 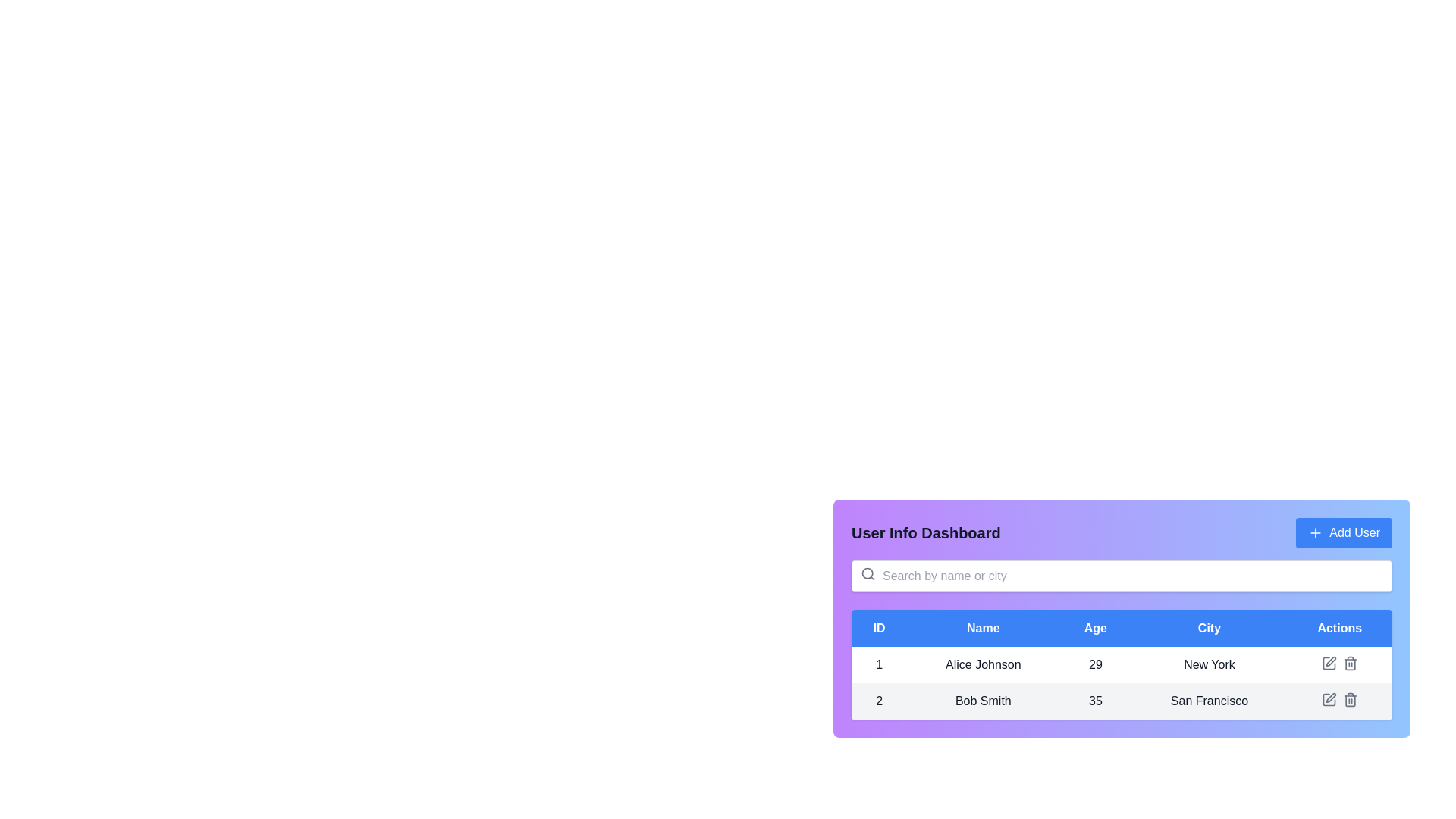 What do you see at coordinates (1315, 532) in the screenshot?
I see `the addition icon located on the right side of the 'Add User' button, which is the first graphical component before the text` at bounding box center [1315, 532].